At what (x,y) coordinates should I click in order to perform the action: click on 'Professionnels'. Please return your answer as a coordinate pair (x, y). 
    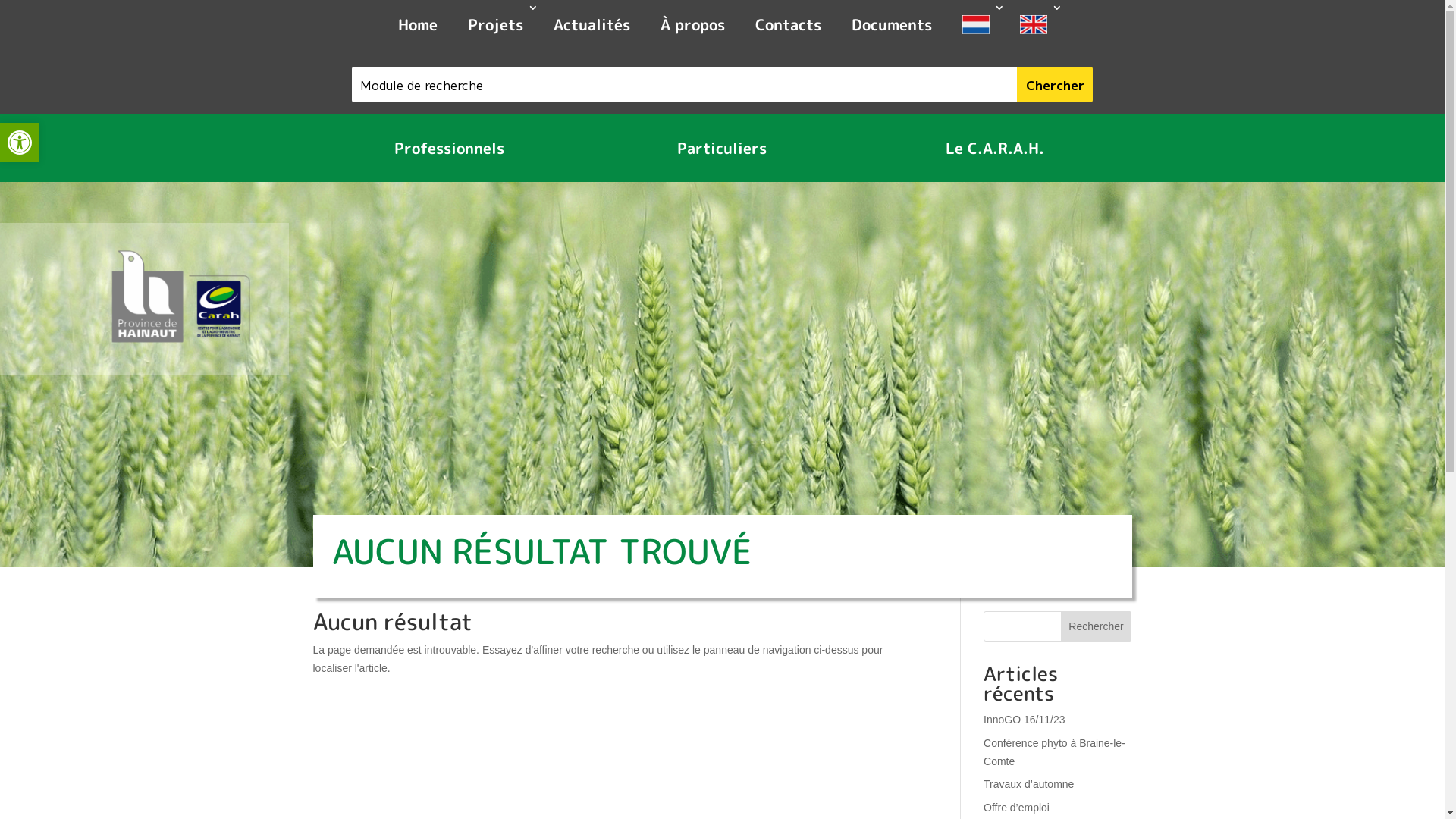
    Looking at the image, I should click on (448, 148).